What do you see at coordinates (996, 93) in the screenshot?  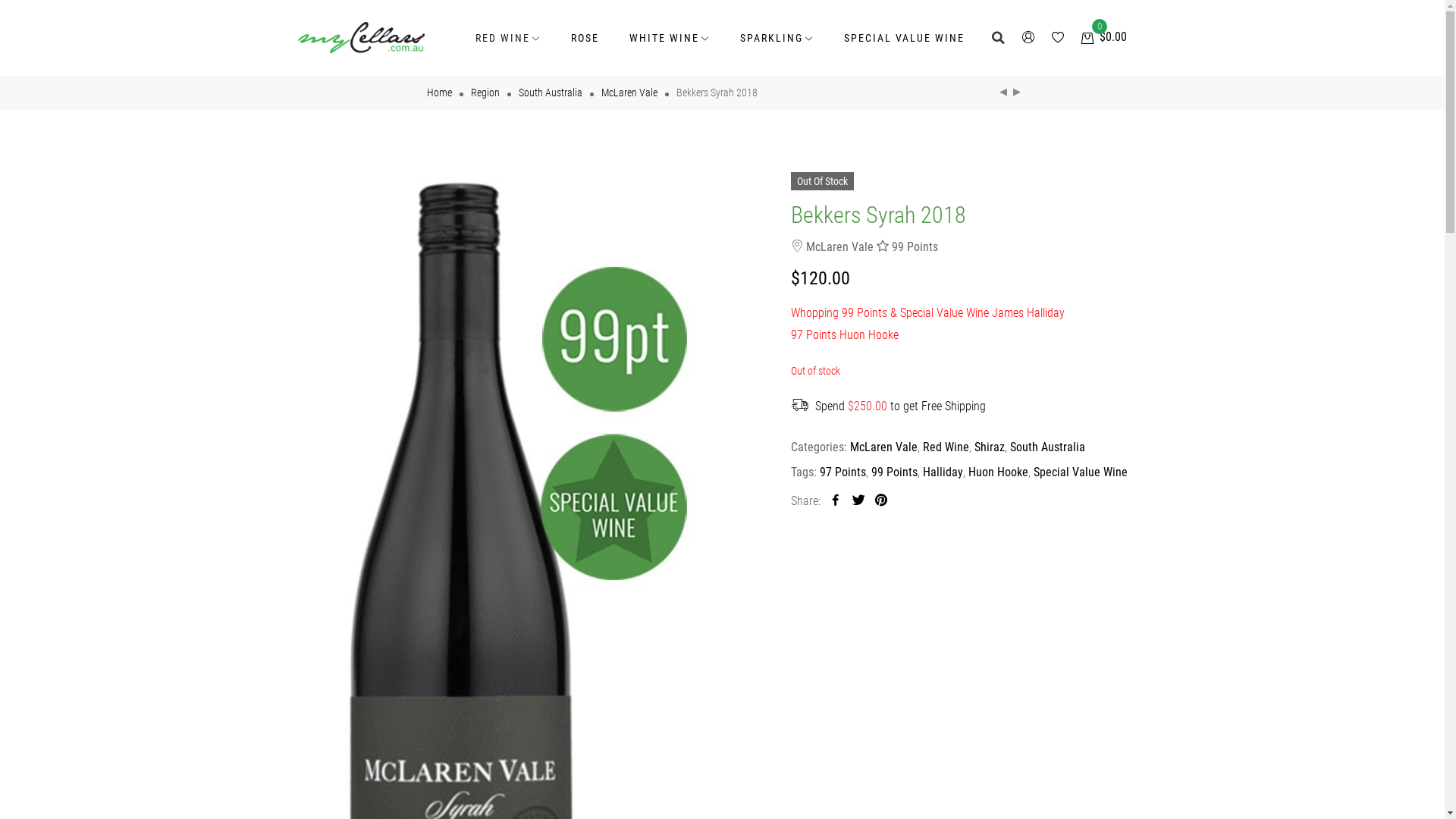 I see `'Lobethal Road Sauvignon Blanc 2023'` at bounding box center [996, 93].